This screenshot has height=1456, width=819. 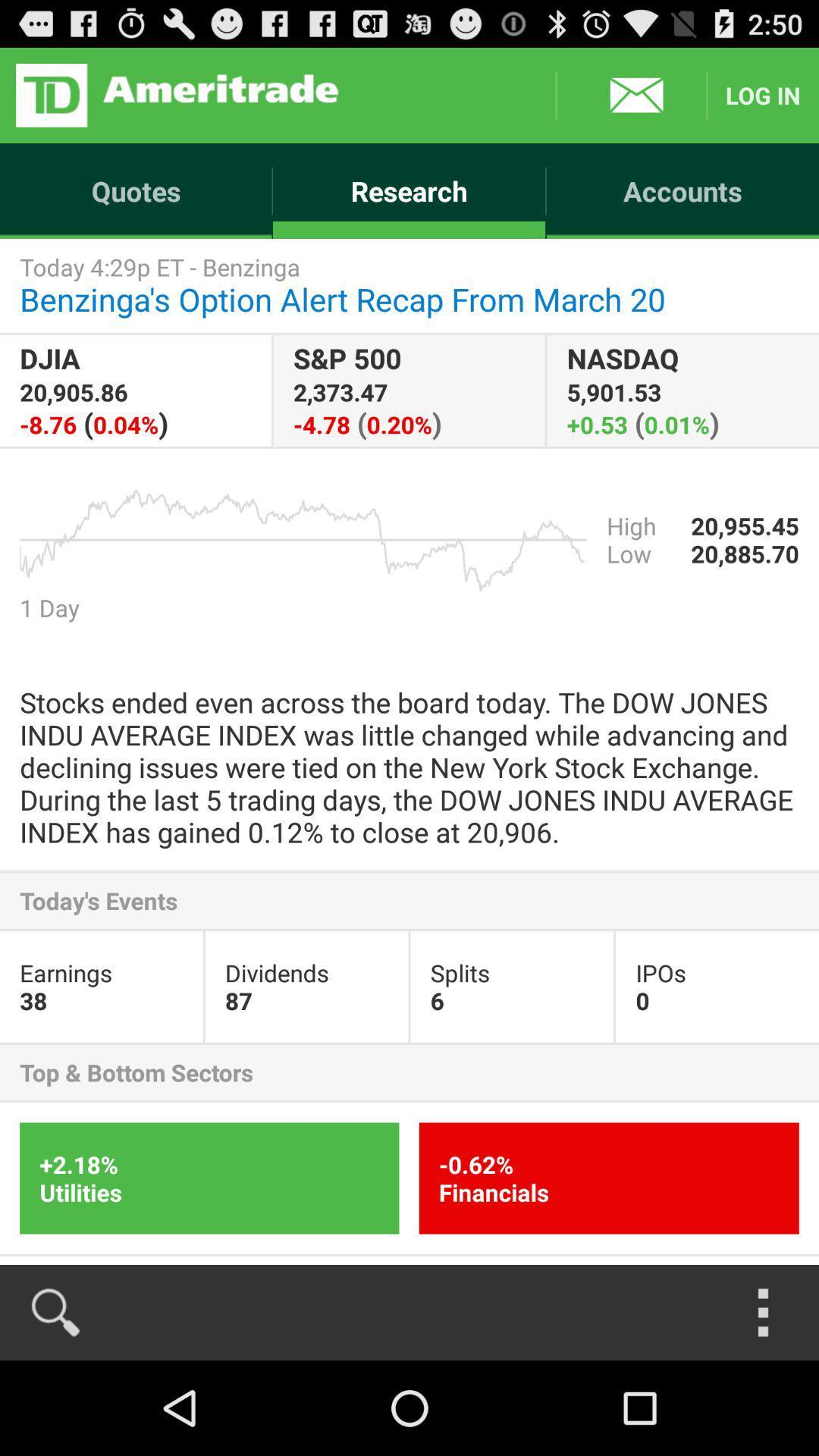 I want to click on check your mail or notifications, so click(x=631, y=94).